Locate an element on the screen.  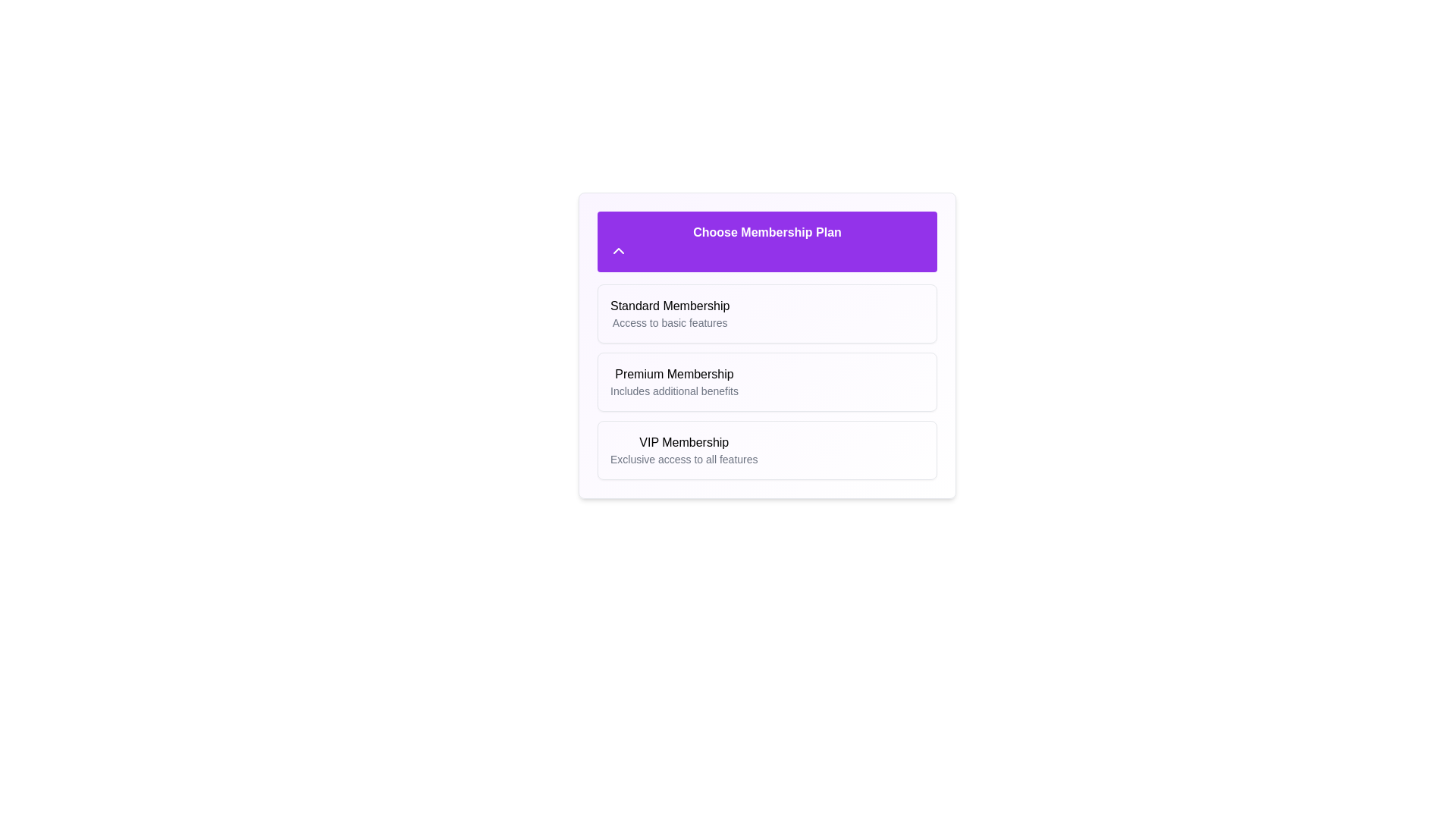
the vibrant purple button labeled 'Choose Membership Plan' with white bold text and an upward-pointing arrow icon to interact with its function is located at coordinates (767, 241).